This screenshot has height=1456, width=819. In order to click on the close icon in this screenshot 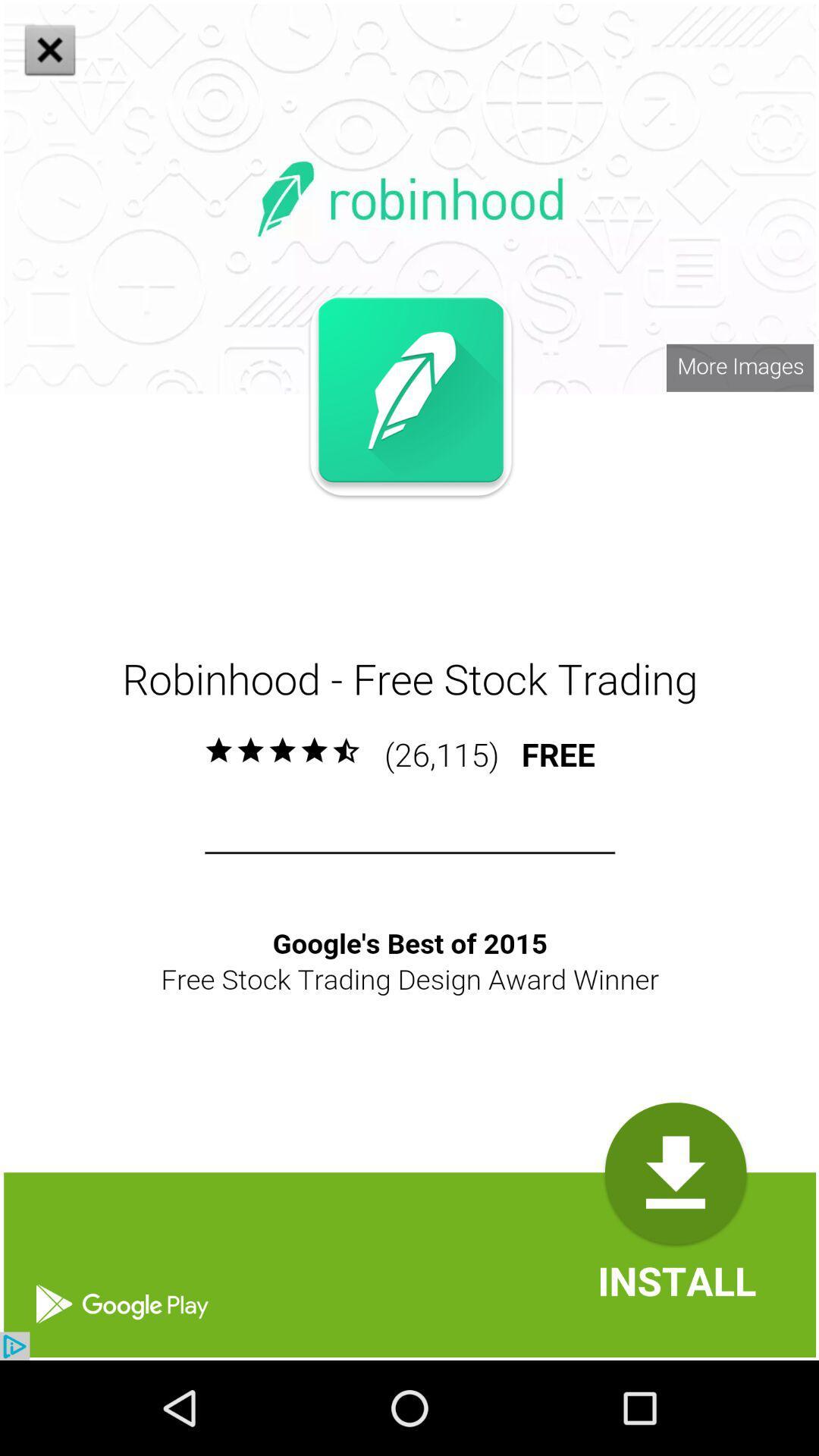, I will do `click(49, 53)`.